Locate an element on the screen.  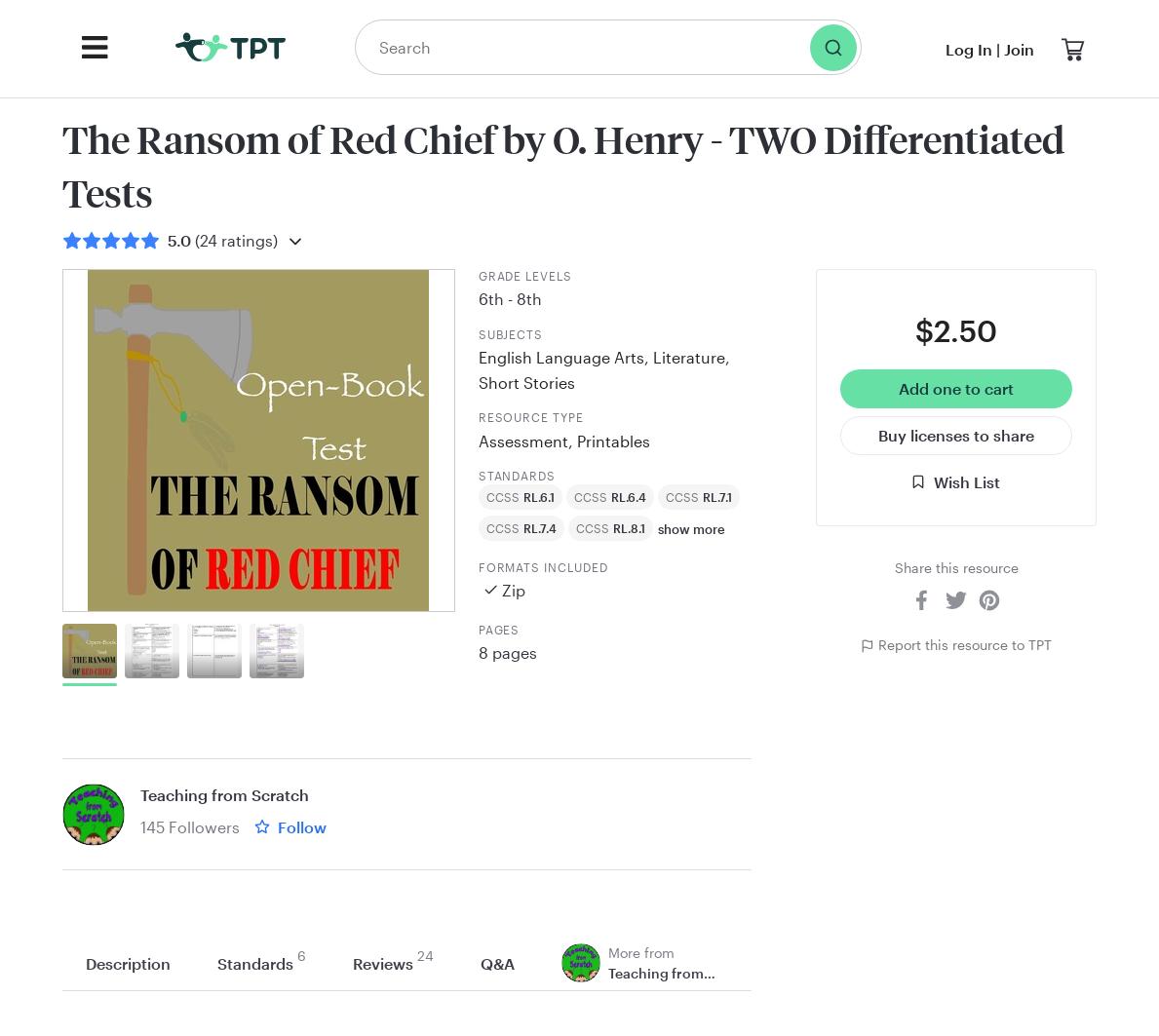
'Log In' is located at coordinates (945, 49).